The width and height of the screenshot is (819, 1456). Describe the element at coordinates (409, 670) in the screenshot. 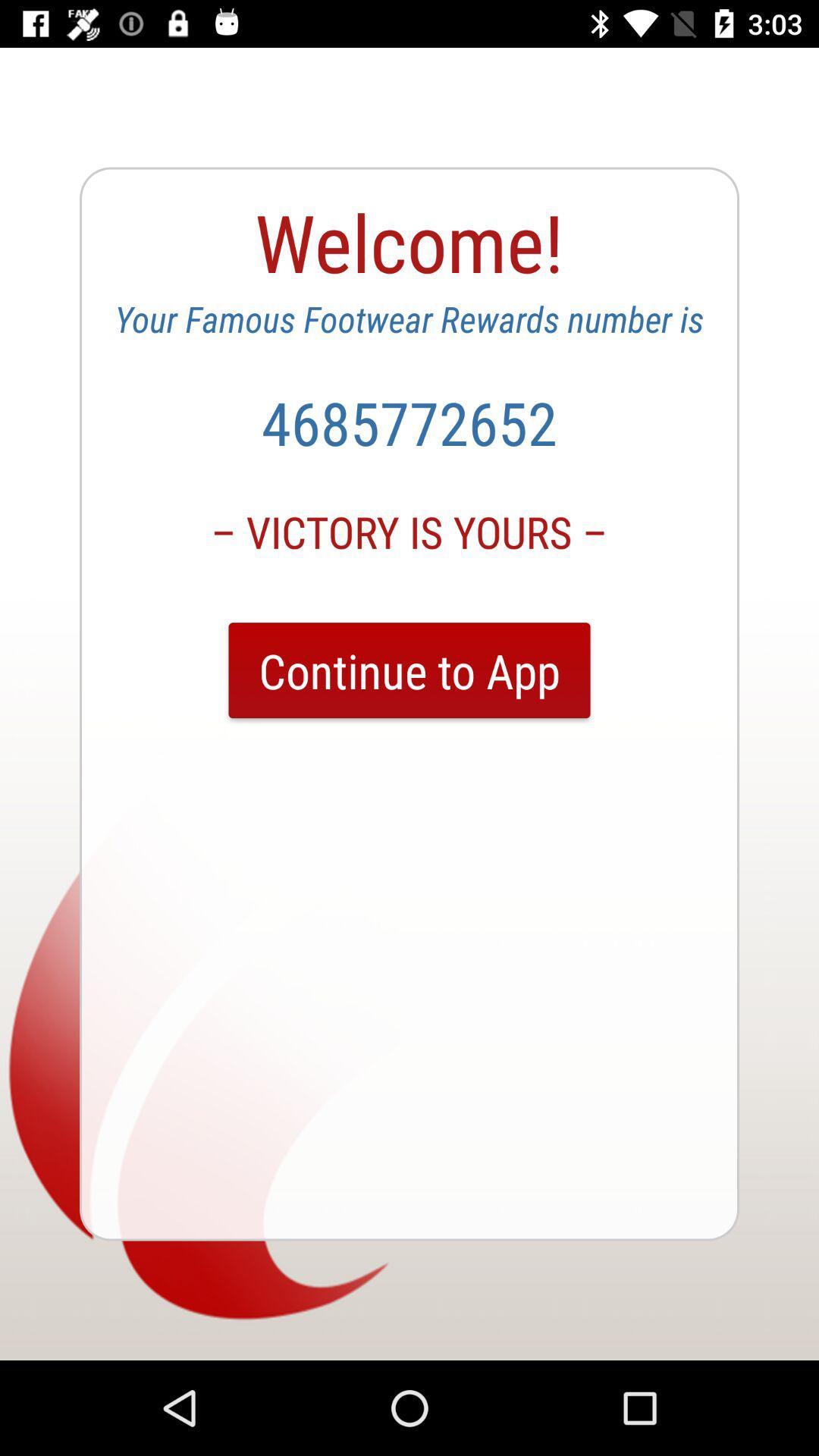

I see `the continue to app item` at that location.